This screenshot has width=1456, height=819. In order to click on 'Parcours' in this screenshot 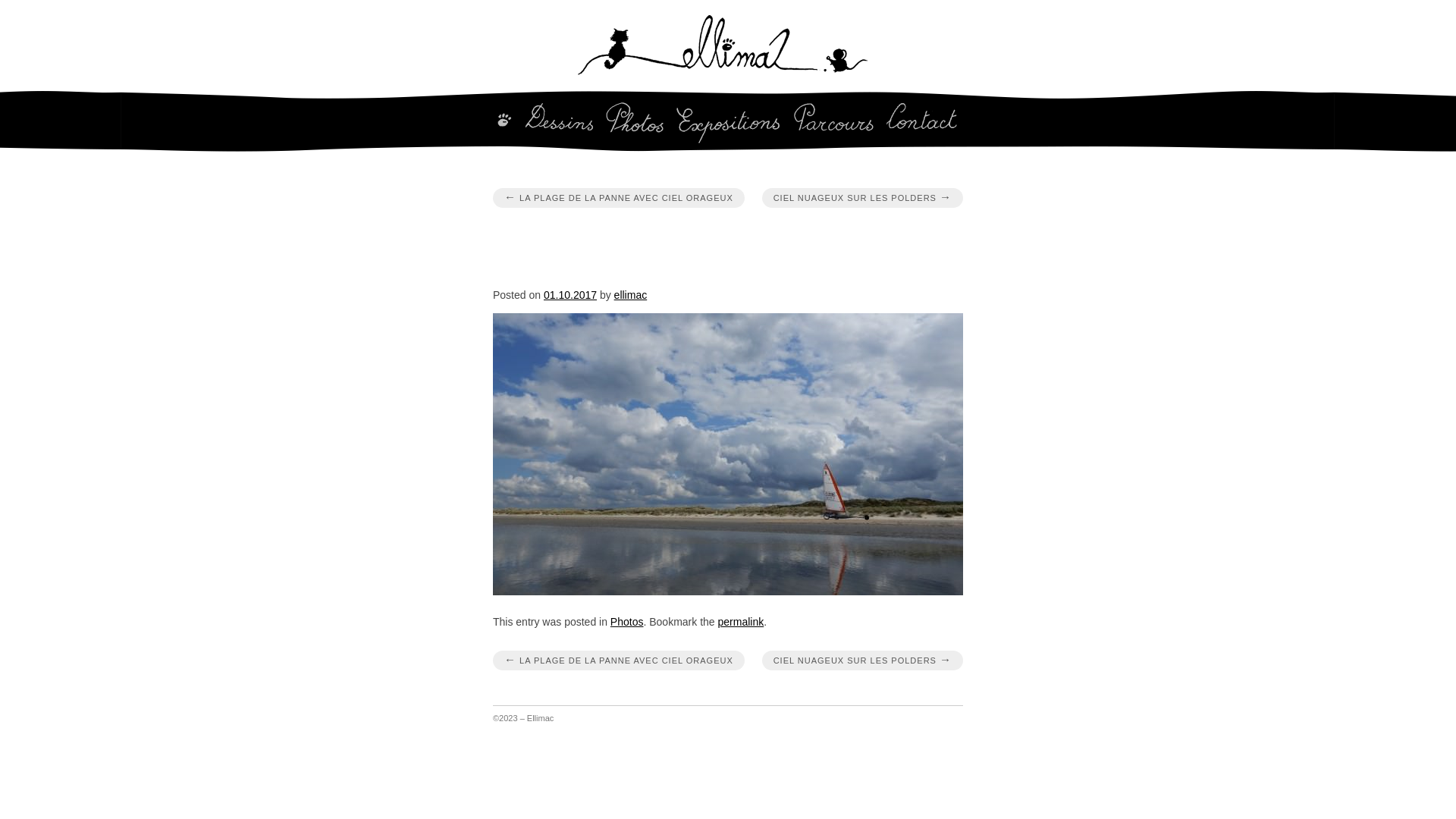, I will do `click(792, 122)`.